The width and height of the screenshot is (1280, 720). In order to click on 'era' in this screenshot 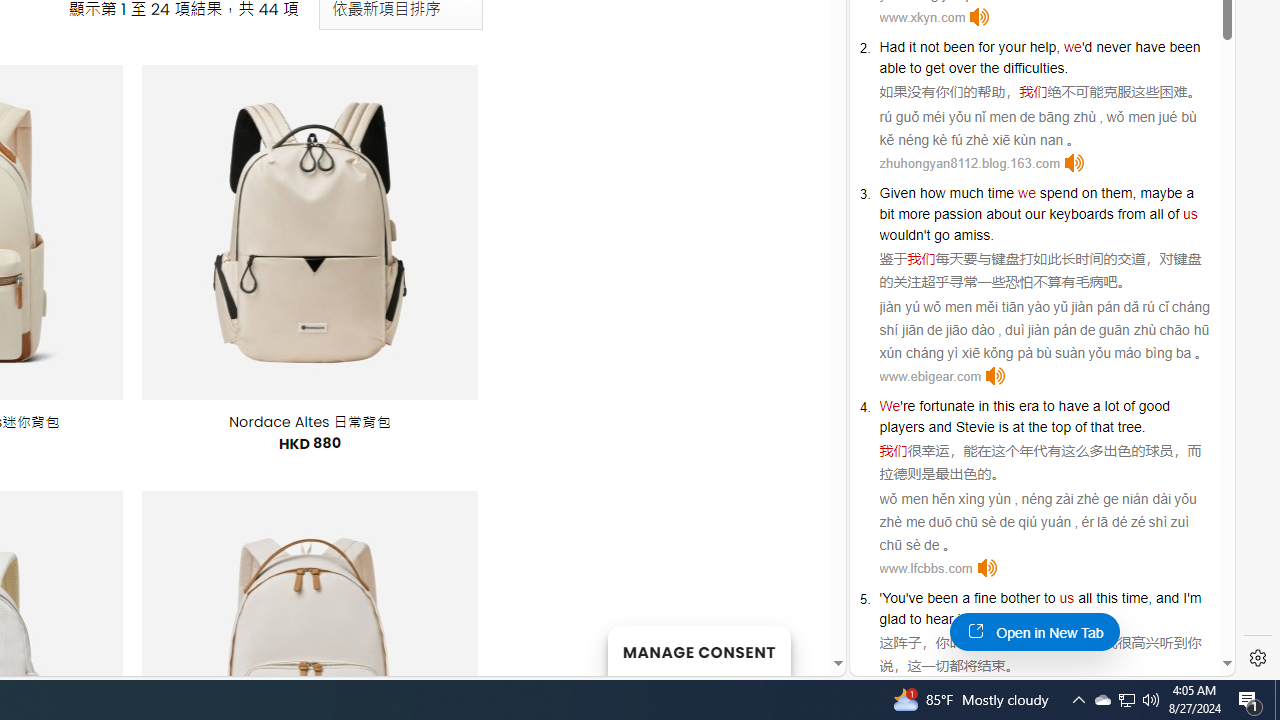, I will do `click(1028, 405)`.